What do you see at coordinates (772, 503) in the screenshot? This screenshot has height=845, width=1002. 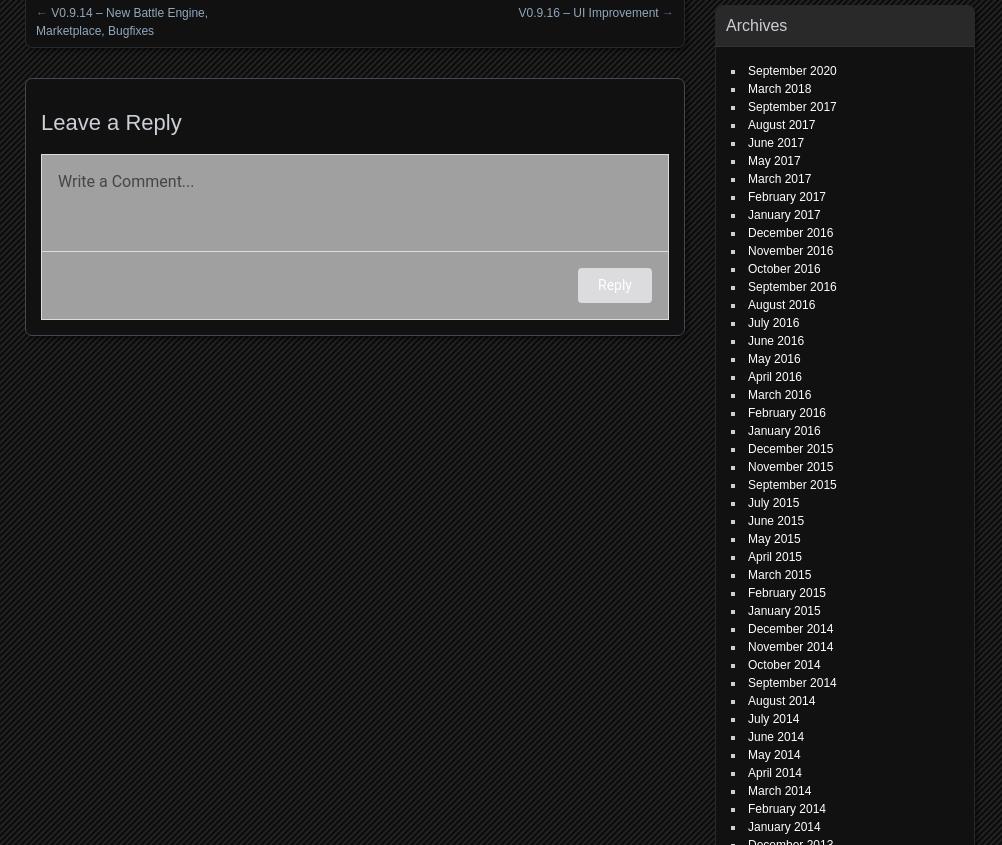 I see `'July 2015'` at bounding box center [772, 503].